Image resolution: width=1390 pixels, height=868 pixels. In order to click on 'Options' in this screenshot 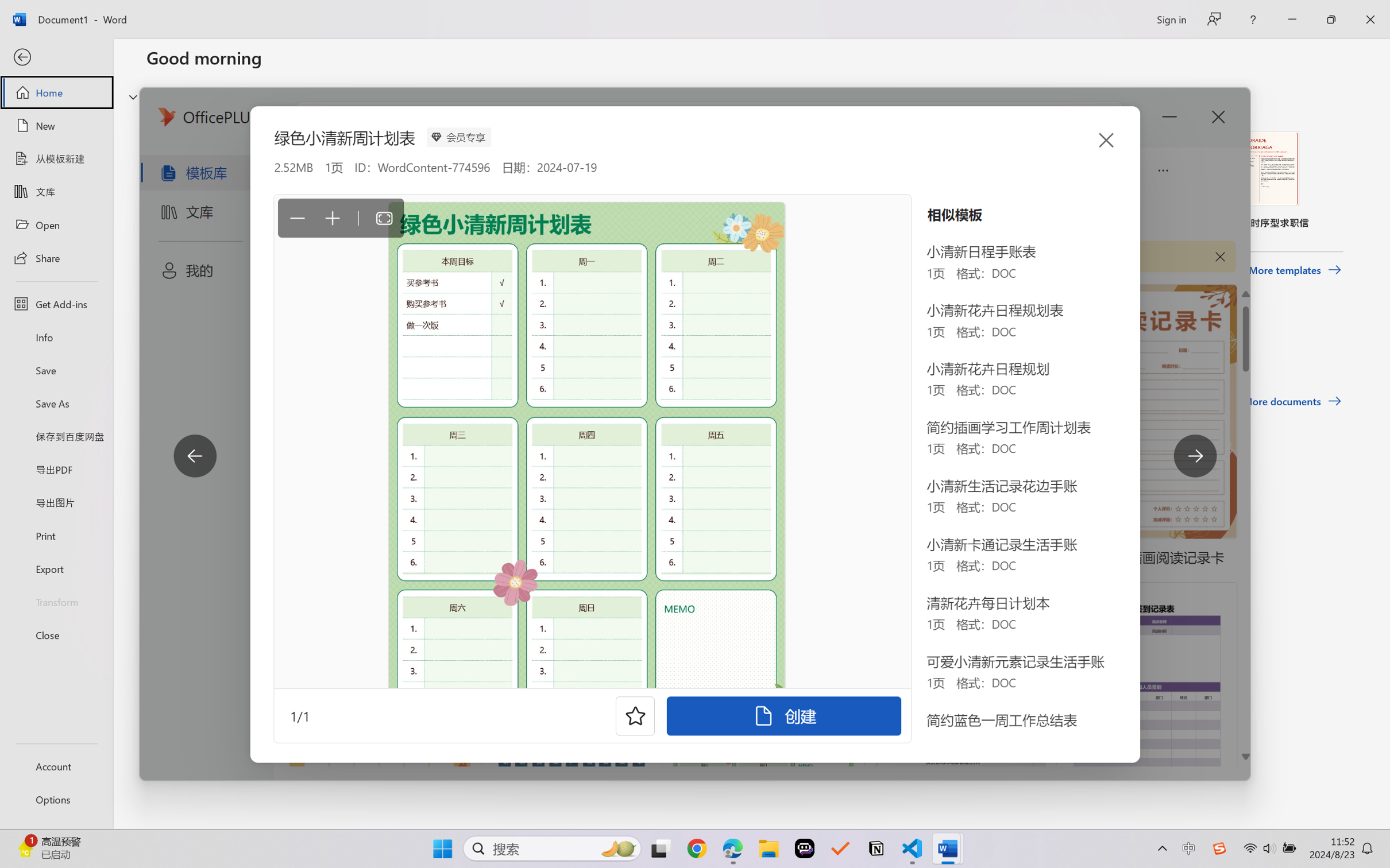, I will do `click(56, 799)`.